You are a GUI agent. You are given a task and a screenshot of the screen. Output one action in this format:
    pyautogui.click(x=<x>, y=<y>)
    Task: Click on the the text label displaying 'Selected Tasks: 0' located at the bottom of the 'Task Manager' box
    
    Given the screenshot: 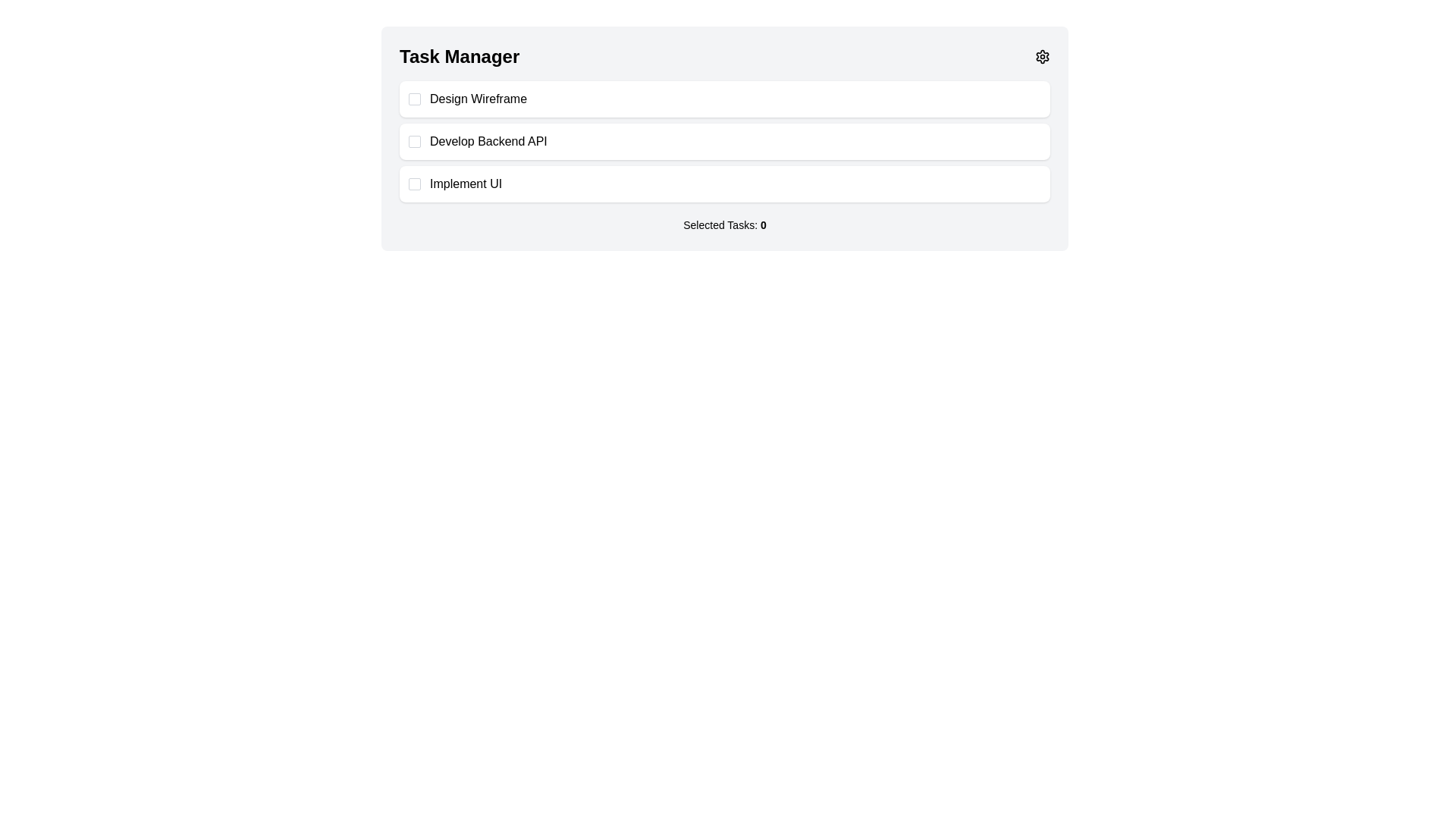 What is the action you would take?
    pyautogui.click(x=723, y=225)
    